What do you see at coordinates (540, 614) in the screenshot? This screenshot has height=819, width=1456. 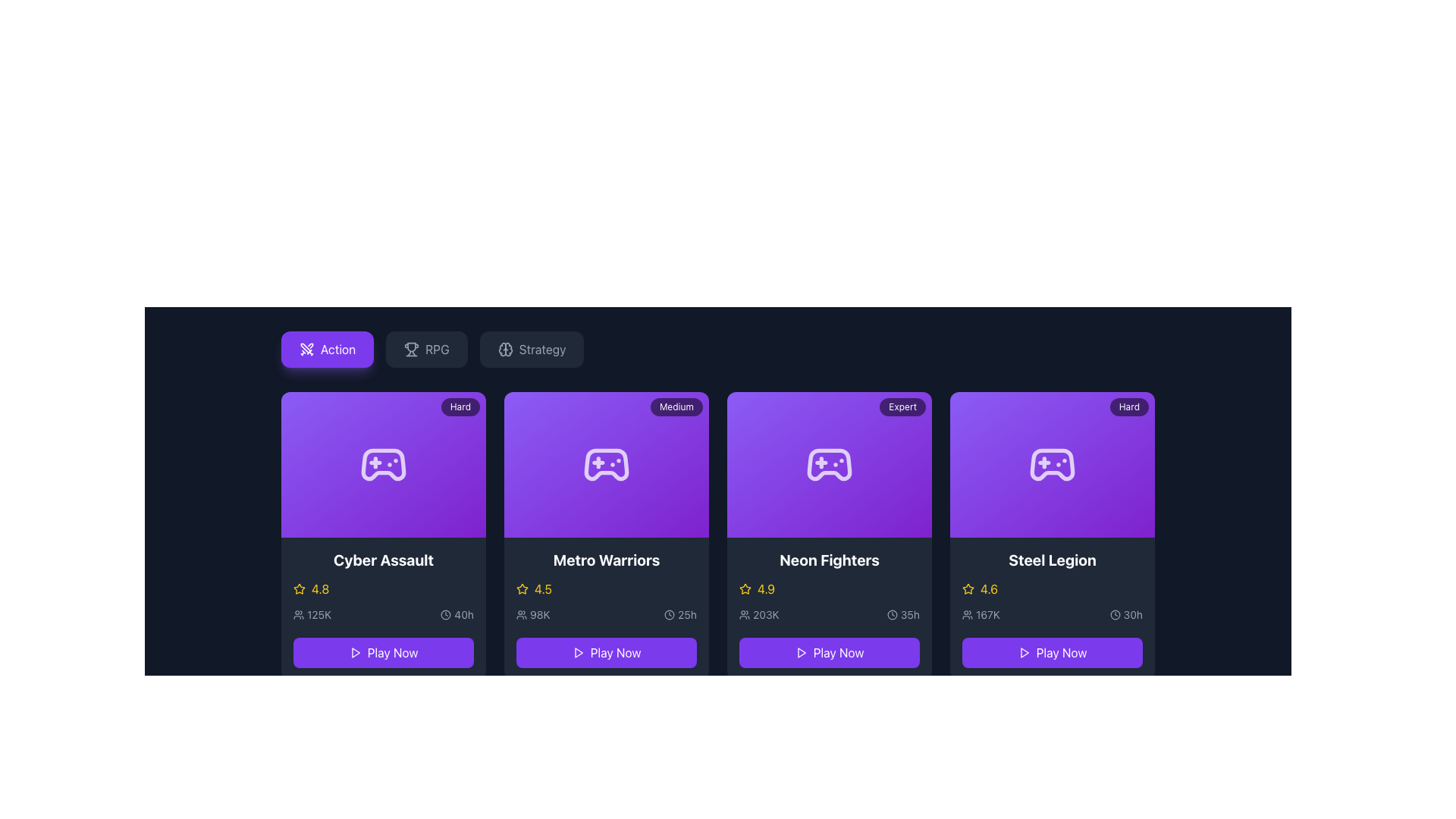 I see `the static text displaying '98K' users associated with the 'Metro Warriors' game` at bounding box center [540, 614].